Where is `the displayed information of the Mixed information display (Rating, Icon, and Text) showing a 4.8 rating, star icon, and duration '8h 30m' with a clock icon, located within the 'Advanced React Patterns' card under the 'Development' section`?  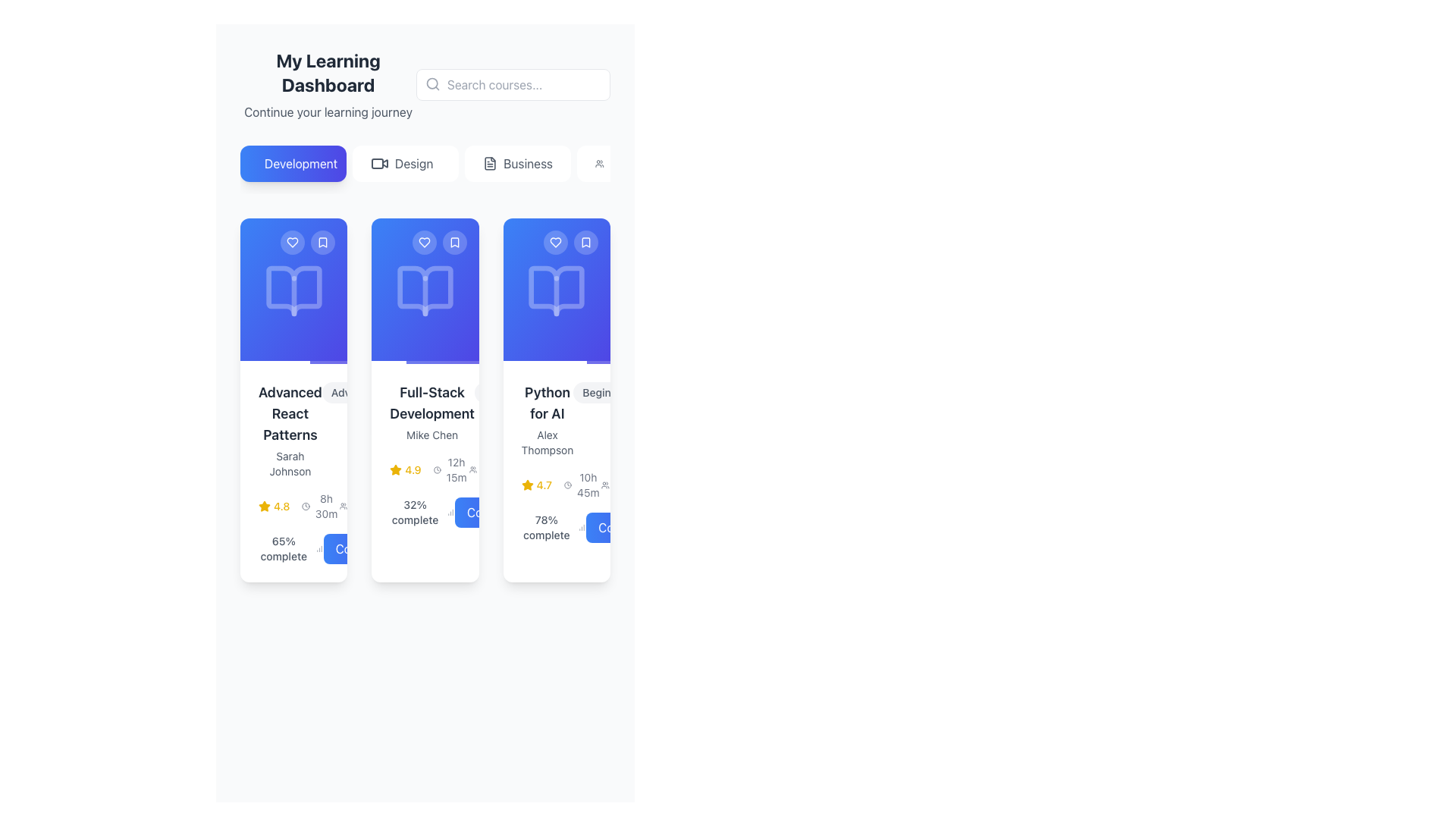
the displayed information of the Mixed information display (Rating, Icon, and Text) showing a 4.8 rating, star icon, and duration '8h 30m' with a clock icon, located within the 'Advanced React Patterns' card under the 'Development' section is located at coordinates (299, 506).